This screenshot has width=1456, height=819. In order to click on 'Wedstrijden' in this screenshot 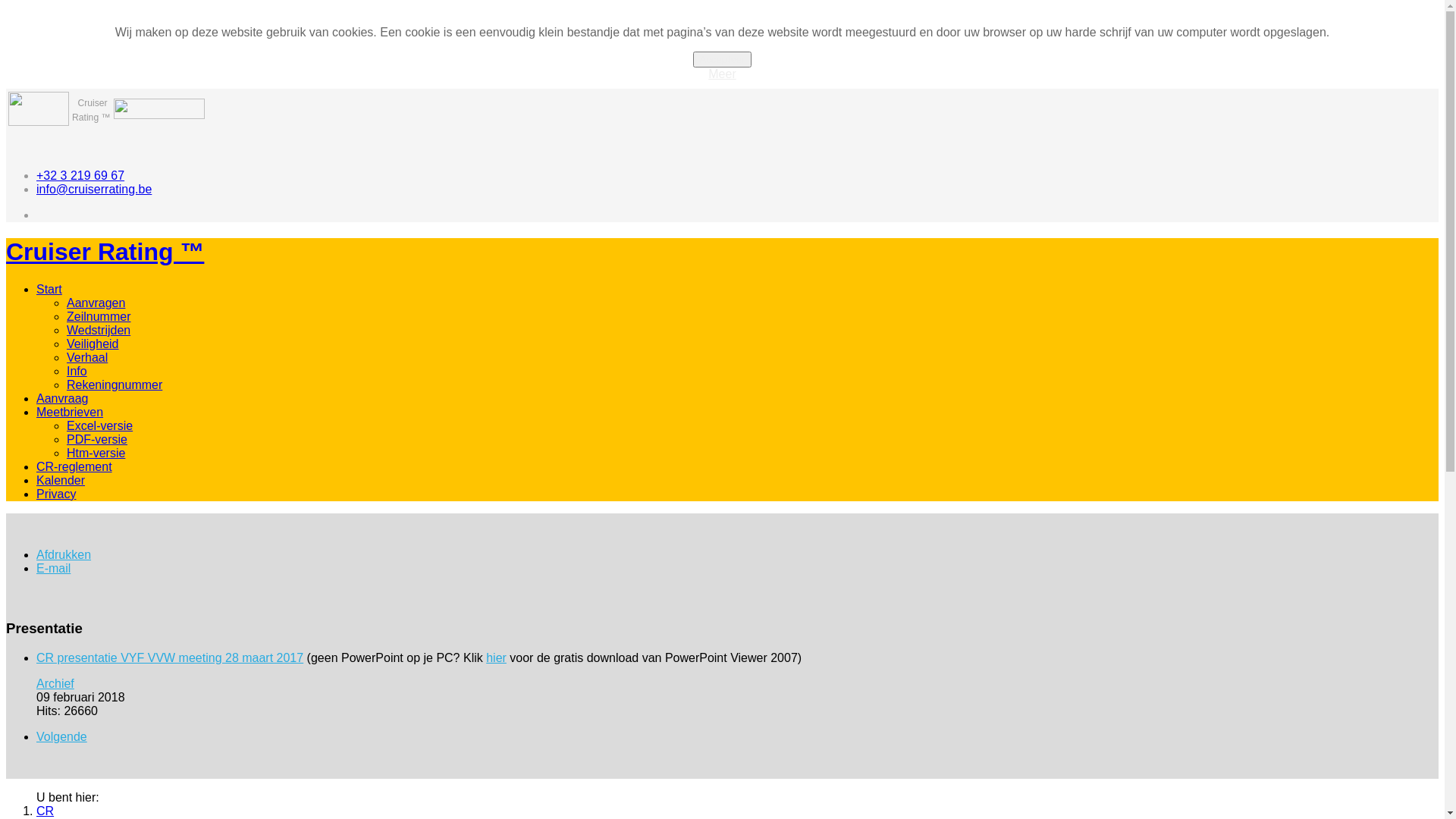, I will do `click(97, 329)`.